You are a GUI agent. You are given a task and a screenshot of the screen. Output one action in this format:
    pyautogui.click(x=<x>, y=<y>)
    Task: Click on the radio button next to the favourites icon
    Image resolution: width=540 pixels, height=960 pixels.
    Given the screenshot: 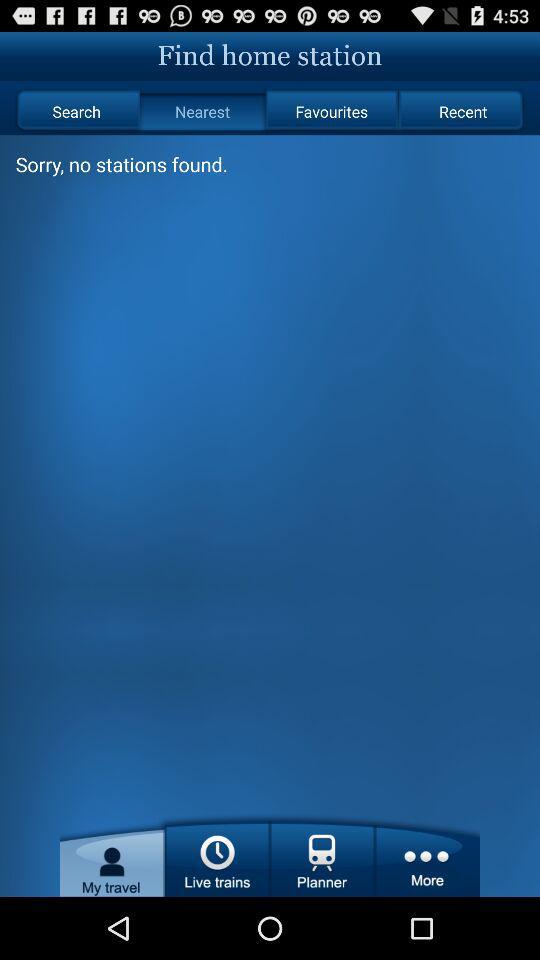 What is the action you would take?
    pyautogui.click(x=463, y=111)
    